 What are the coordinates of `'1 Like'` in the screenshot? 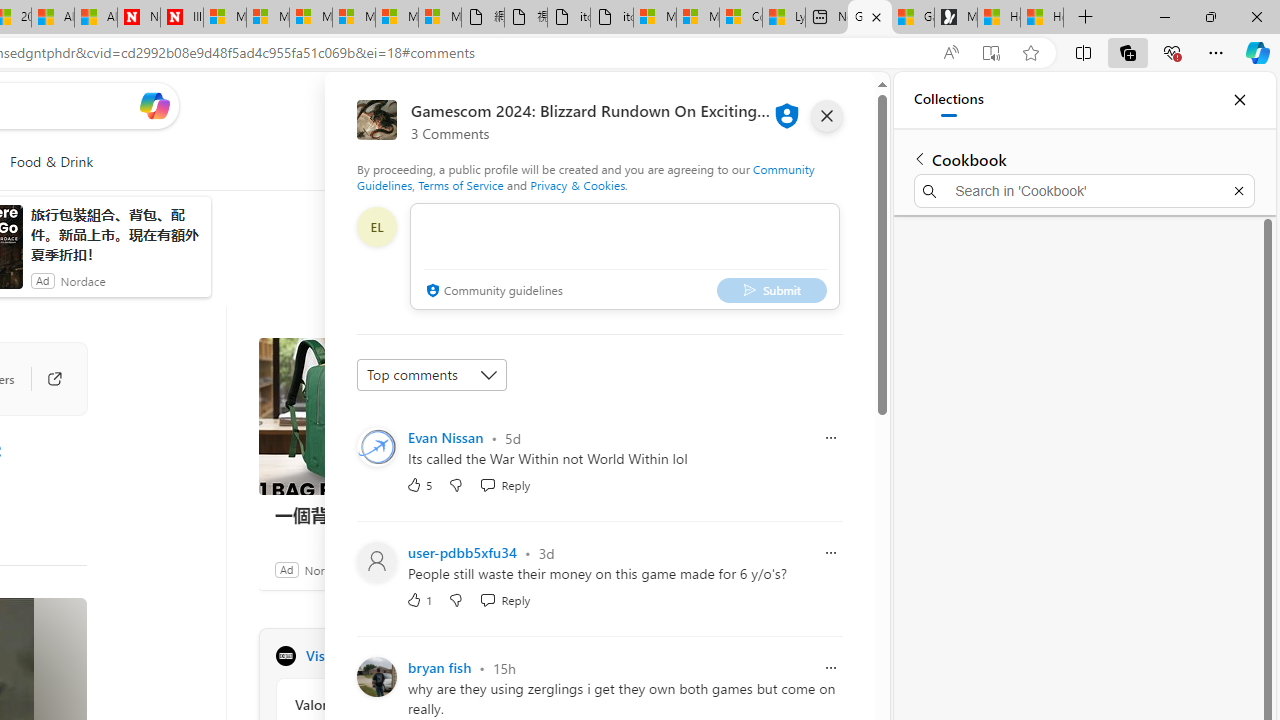 It's located at (418, 599).